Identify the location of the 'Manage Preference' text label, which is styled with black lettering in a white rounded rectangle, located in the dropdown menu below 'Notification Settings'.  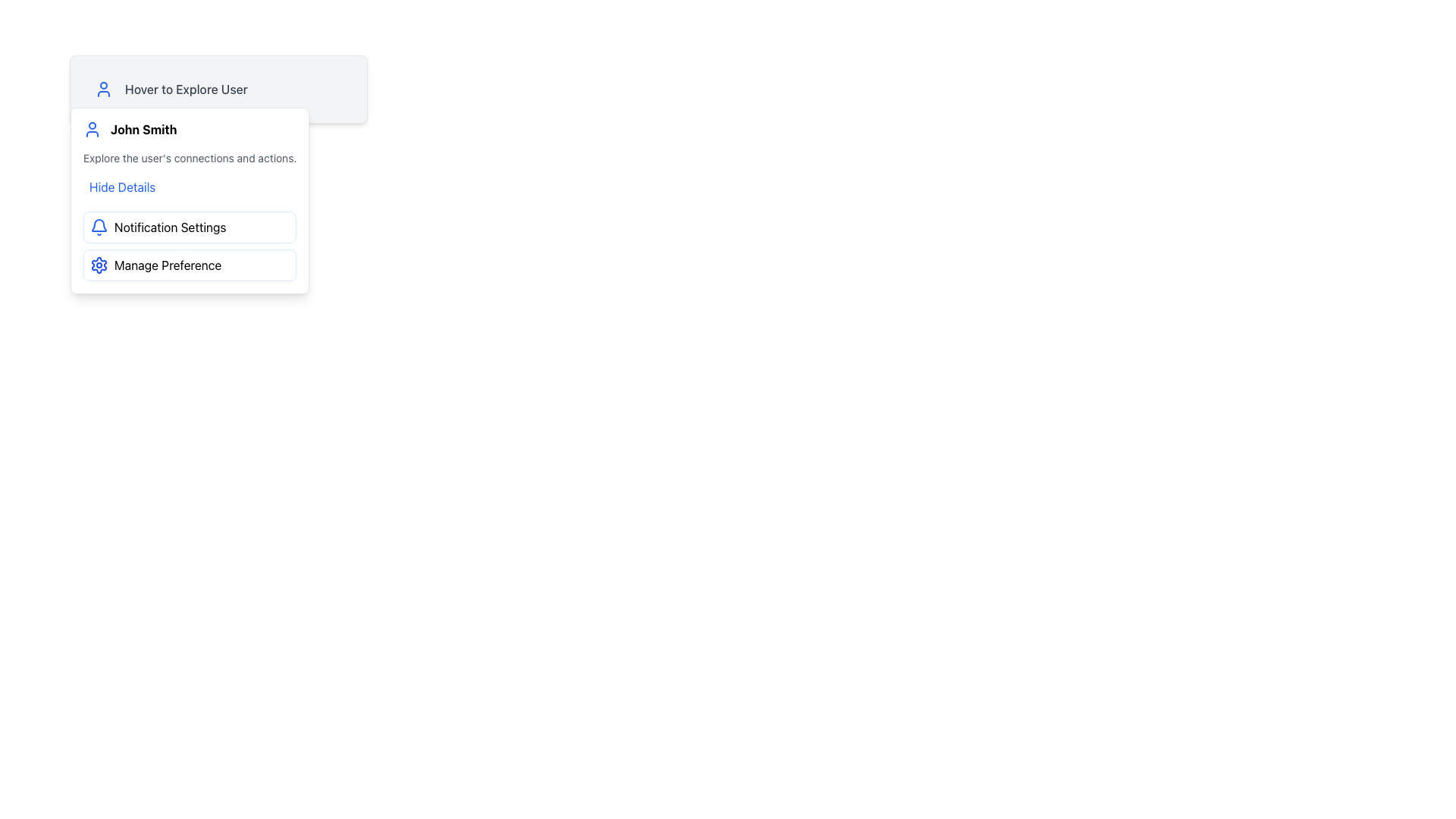
(168, 265).